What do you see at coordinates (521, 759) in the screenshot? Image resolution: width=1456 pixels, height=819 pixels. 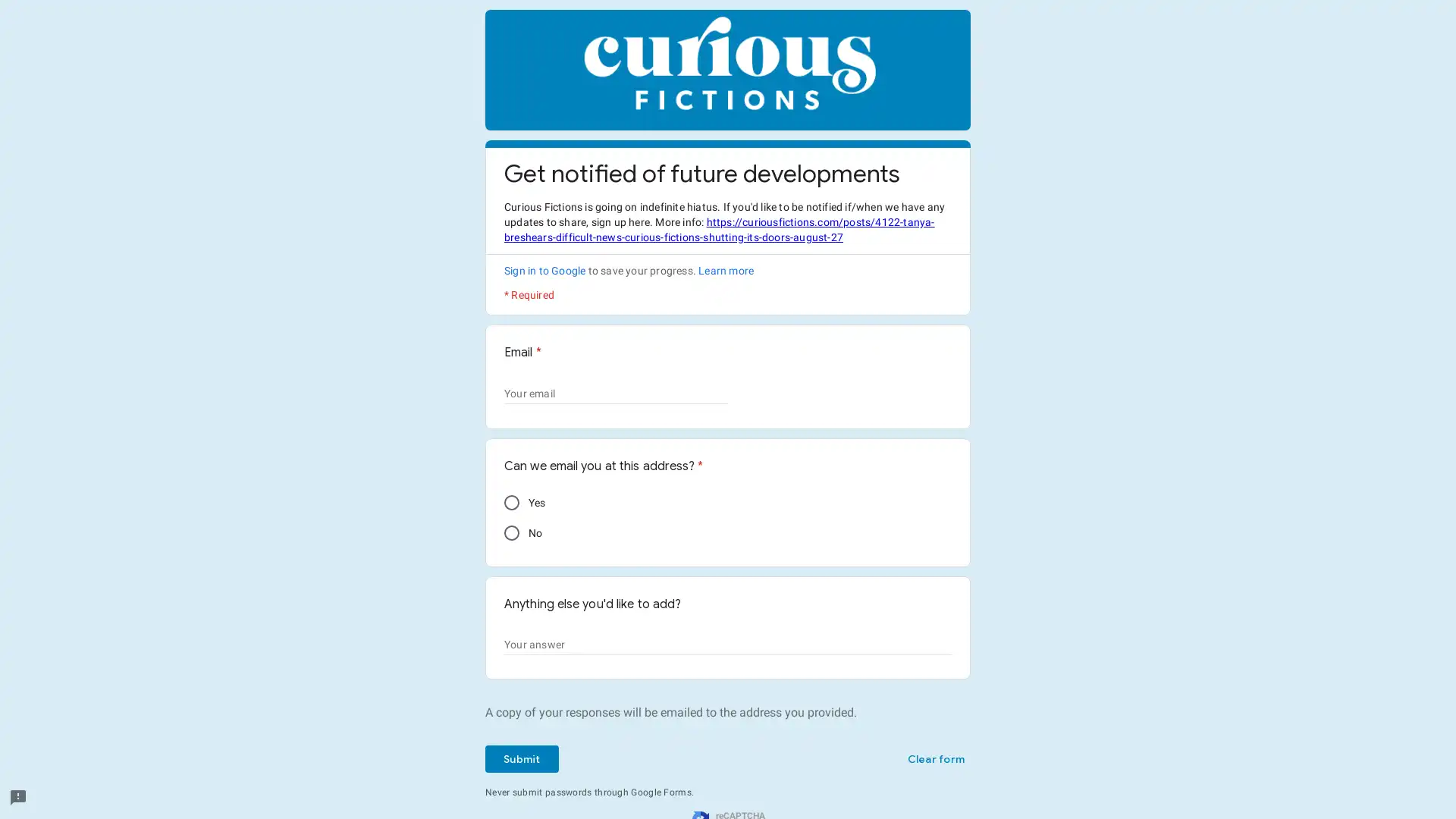 I see `Submit` at bounding box center [521, 759].